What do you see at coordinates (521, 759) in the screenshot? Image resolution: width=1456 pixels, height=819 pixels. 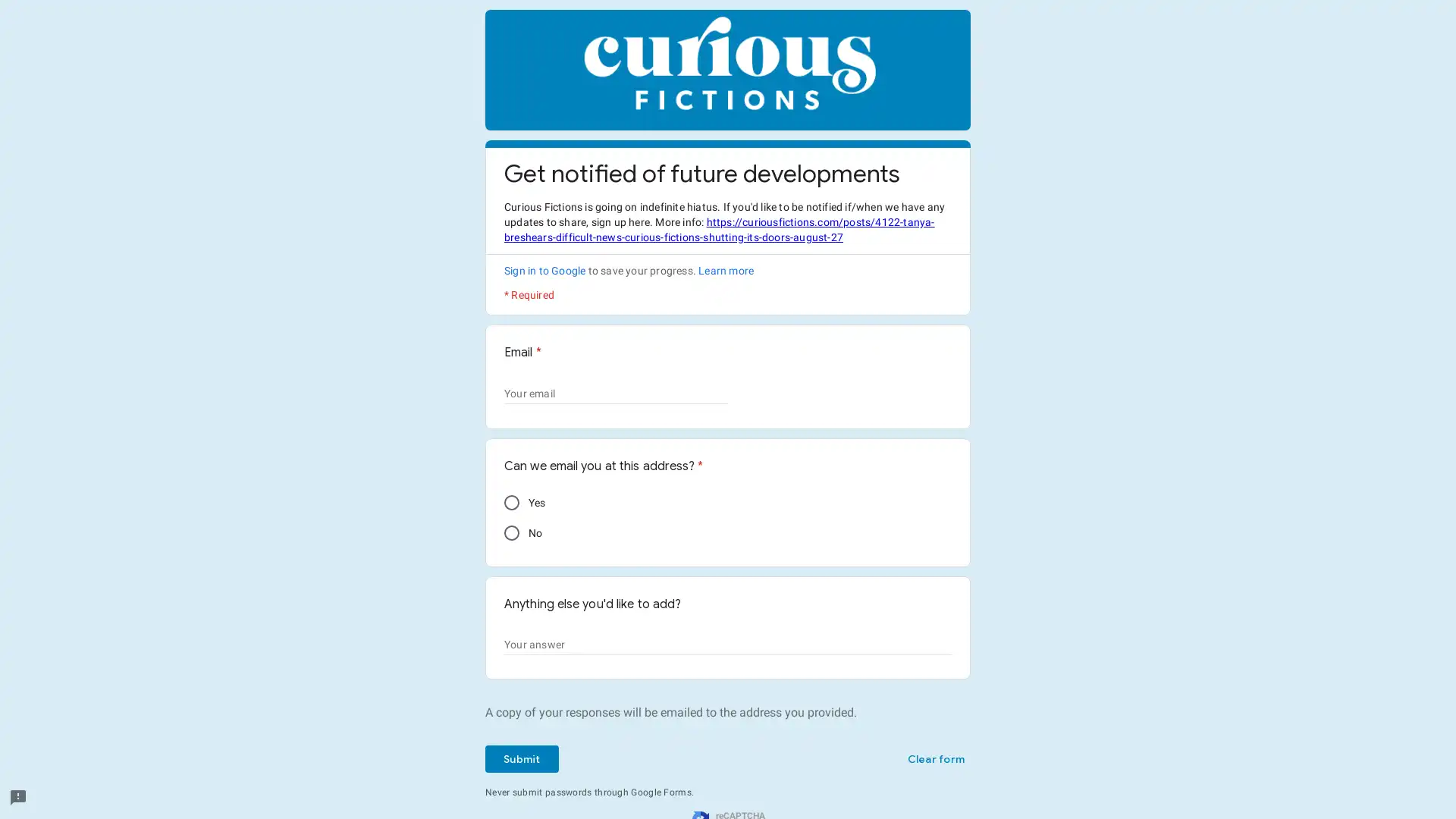 I see `Submit` at bounding box center [521, 759].